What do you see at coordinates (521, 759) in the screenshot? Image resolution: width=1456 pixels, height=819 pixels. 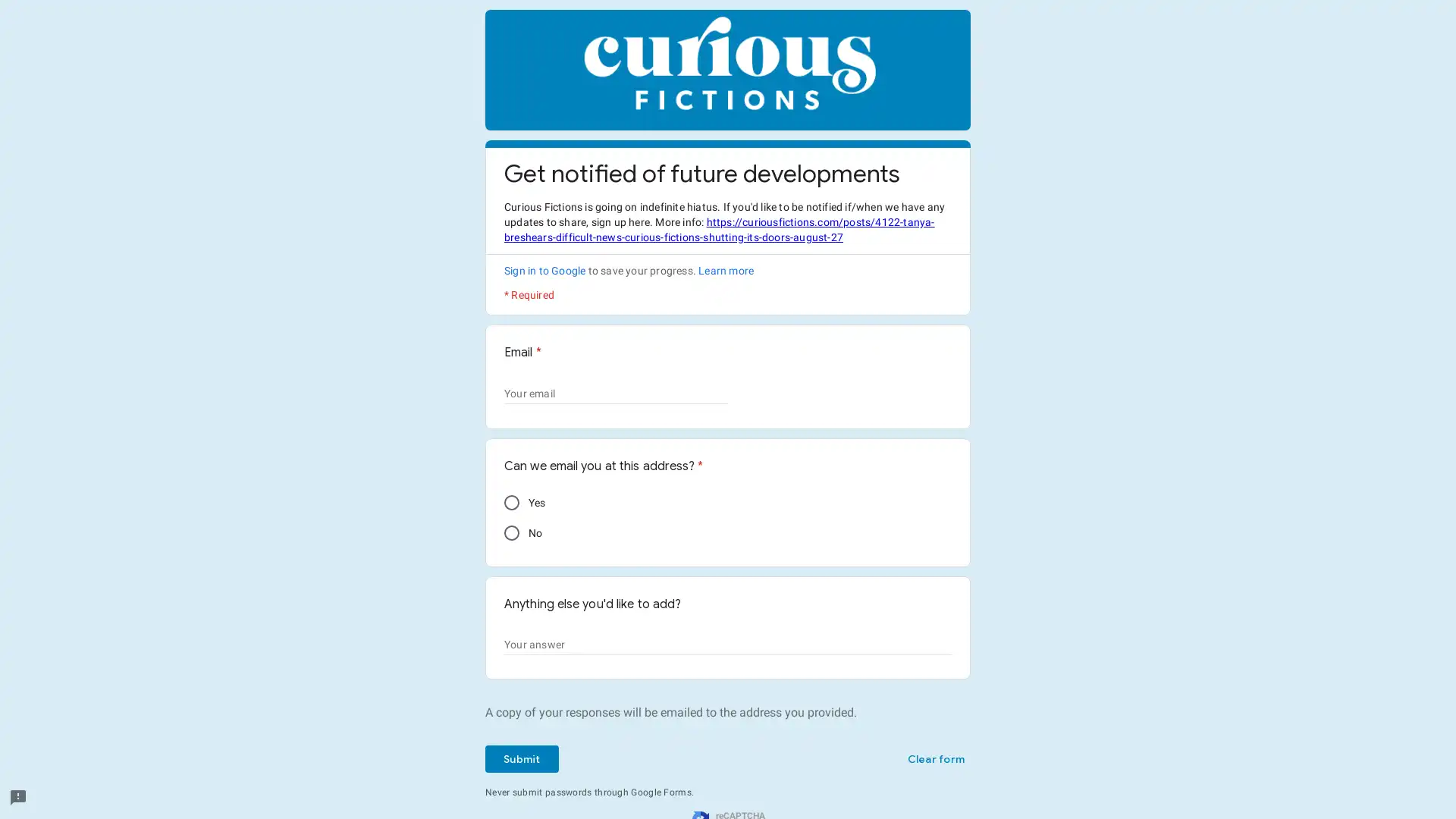 I see `Submit` at bounding box center [521, 759].